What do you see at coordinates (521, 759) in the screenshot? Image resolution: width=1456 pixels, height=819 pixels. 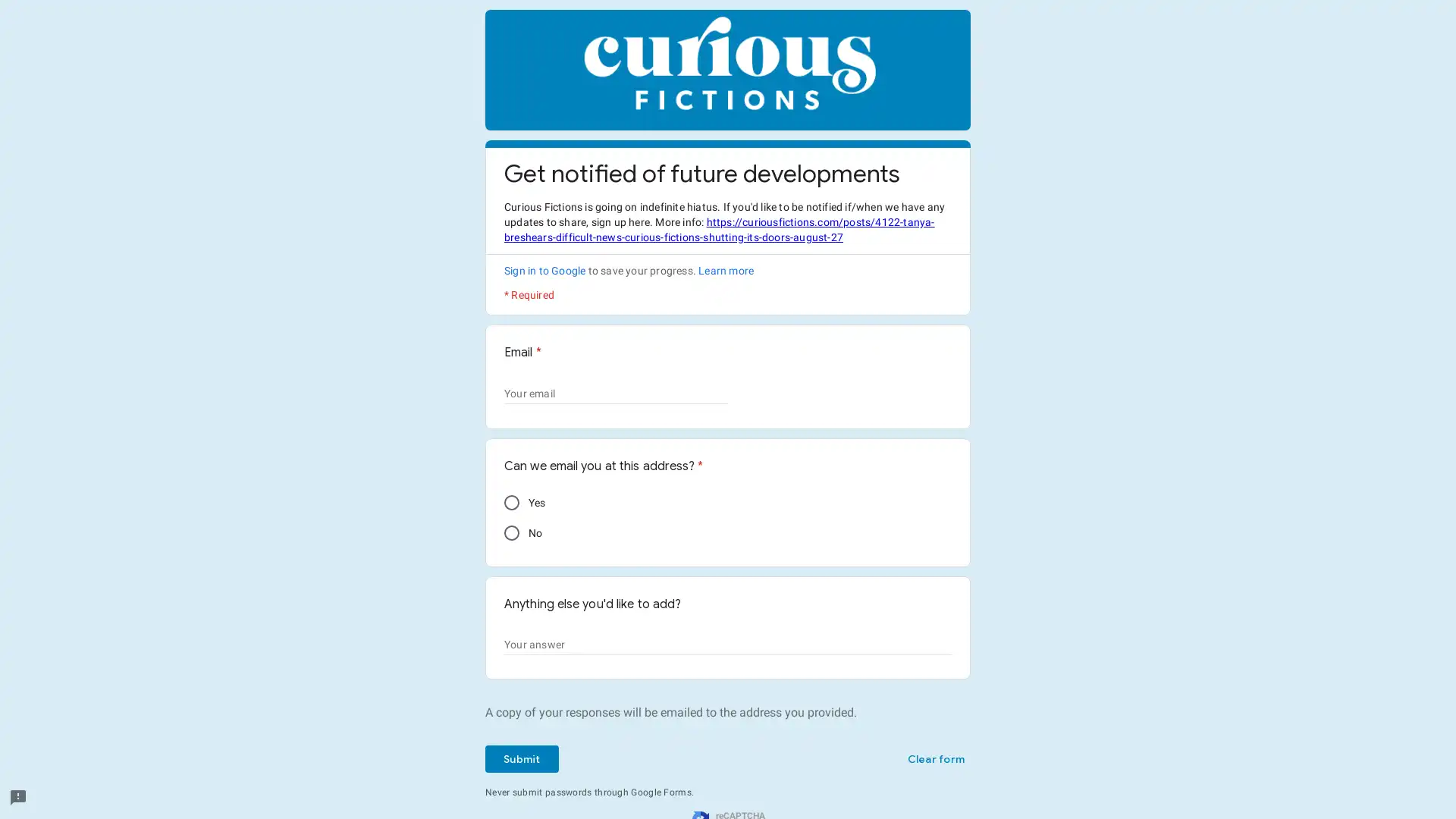 I see `Submit` at bounding box center [521, 759].